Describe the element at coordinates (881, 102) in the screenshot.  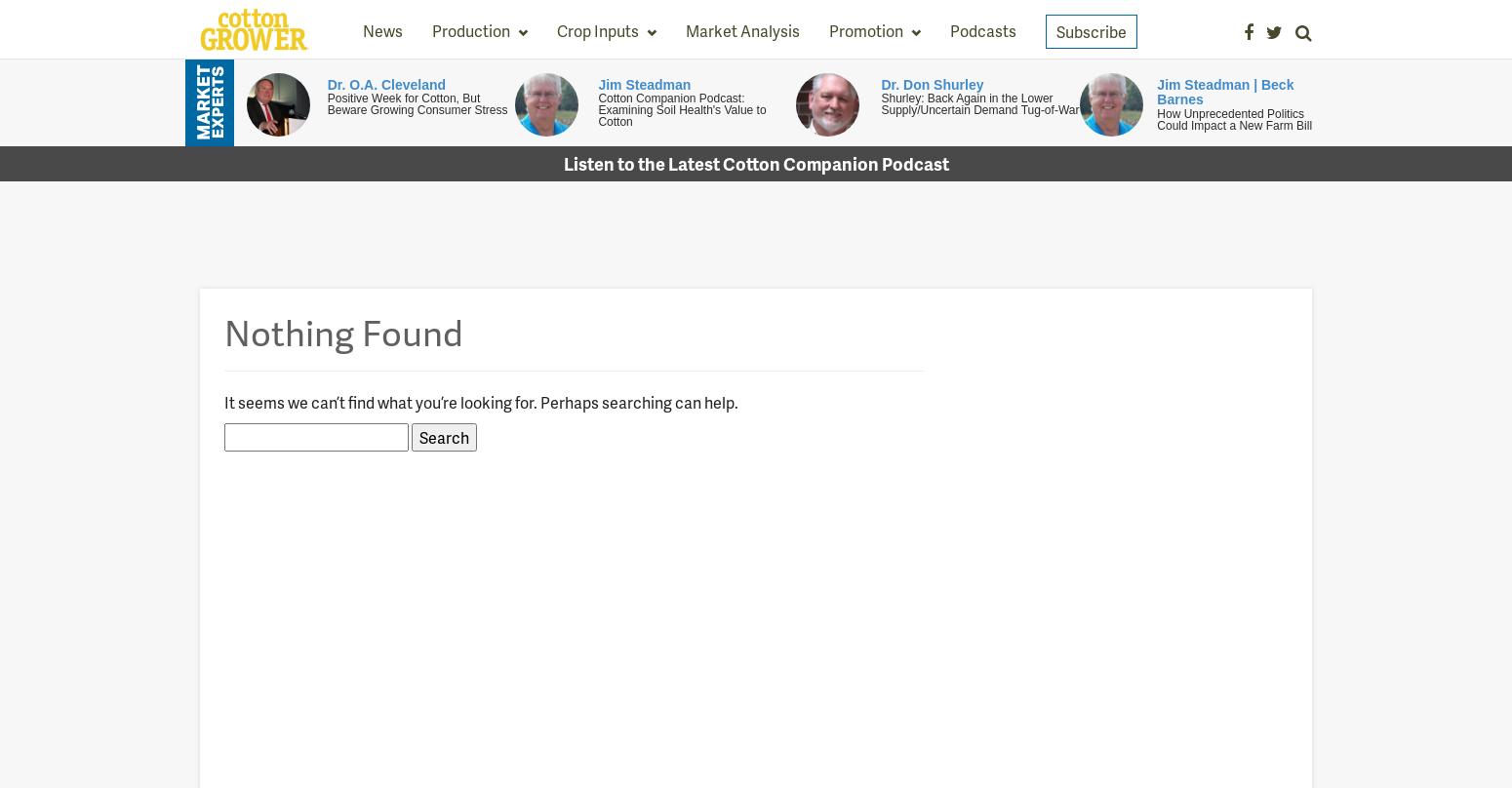
I see `'Shurley: Back Again in the Lower Supply/Uncertain Demand Tug-of-War'` at that location.